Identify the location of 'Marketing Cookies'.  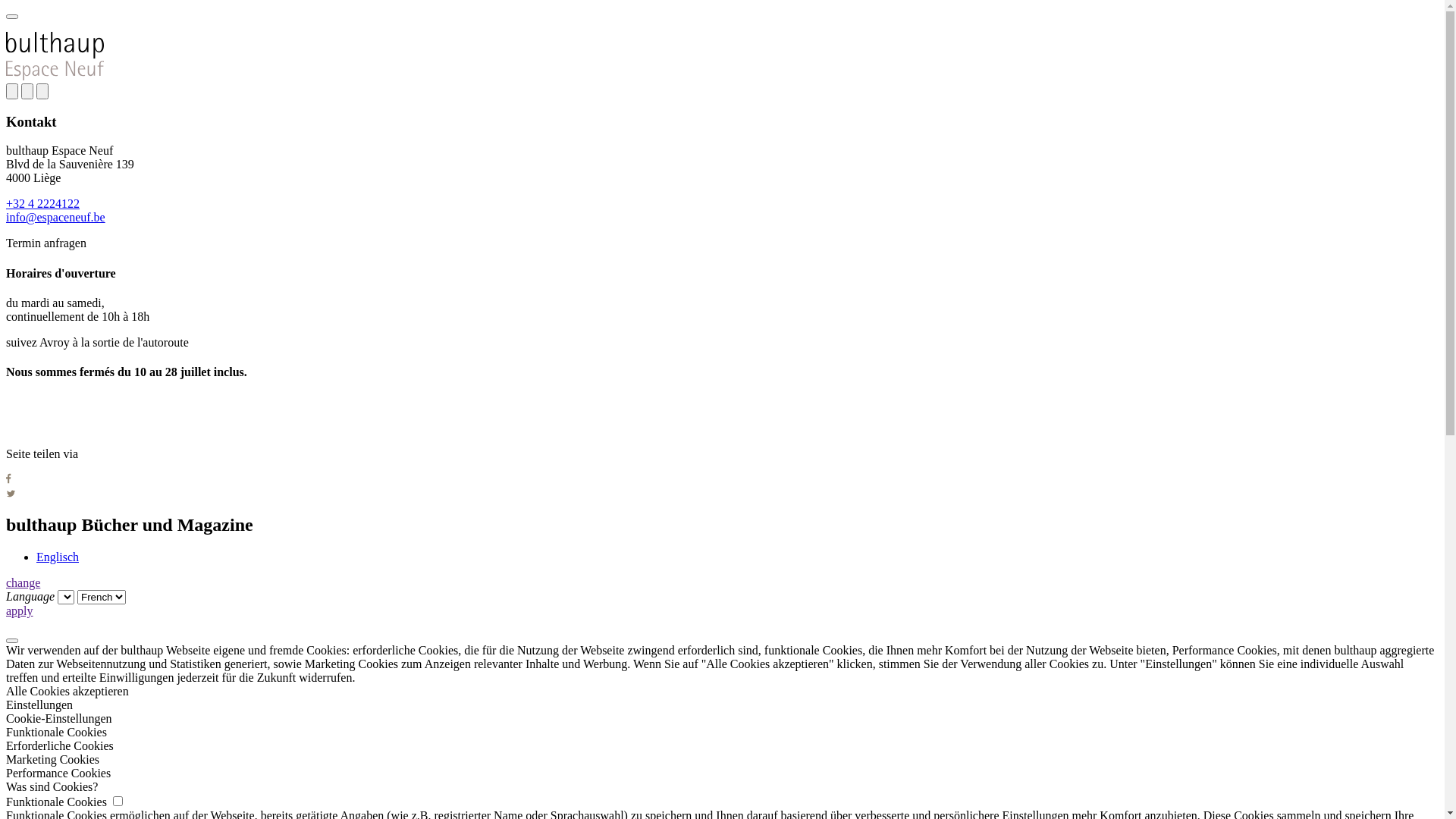
(721, 760).